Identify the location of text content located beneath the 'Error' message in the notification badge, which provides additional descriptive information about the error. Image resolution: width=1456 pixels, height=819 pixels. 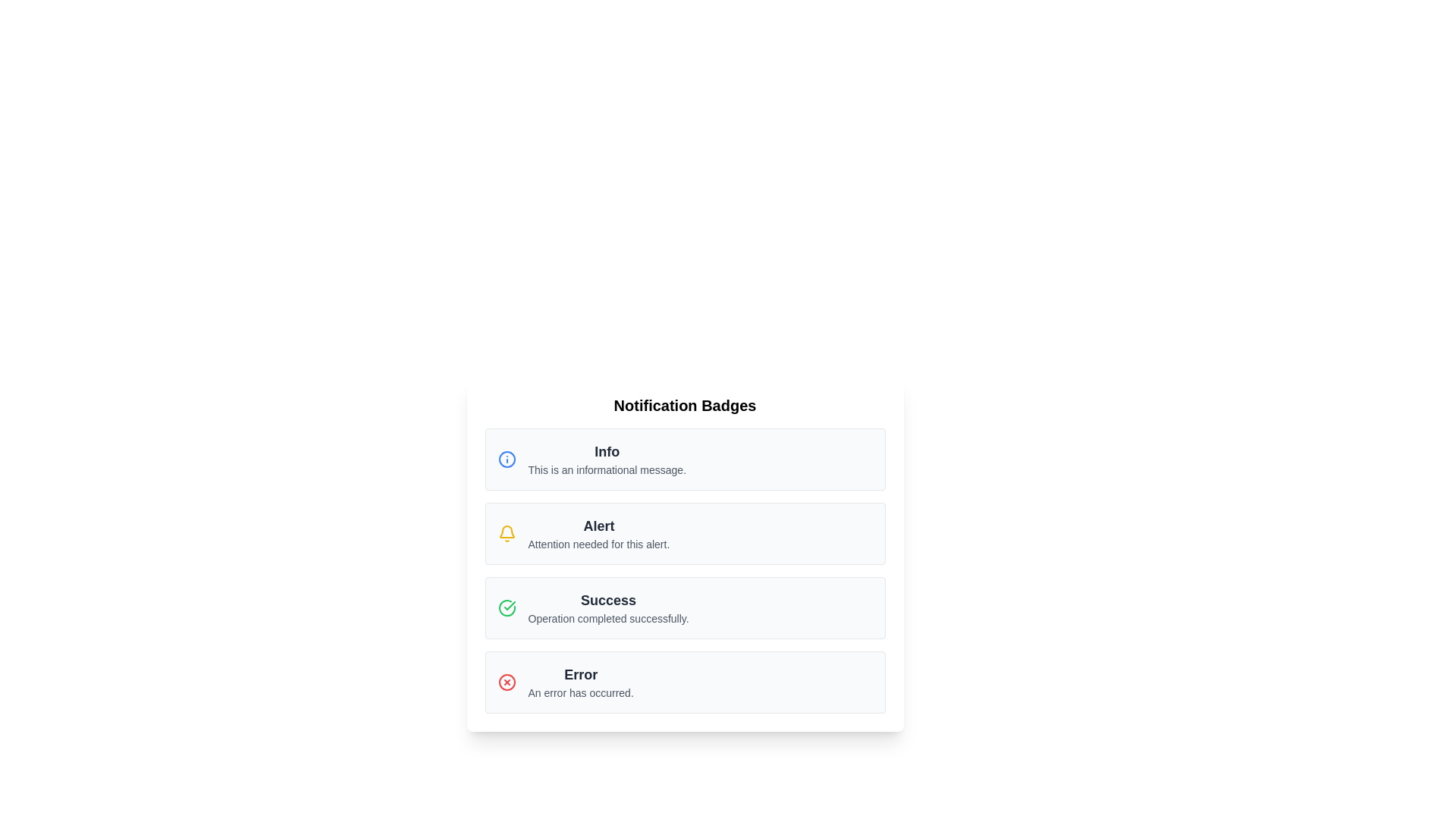
(580, 693).